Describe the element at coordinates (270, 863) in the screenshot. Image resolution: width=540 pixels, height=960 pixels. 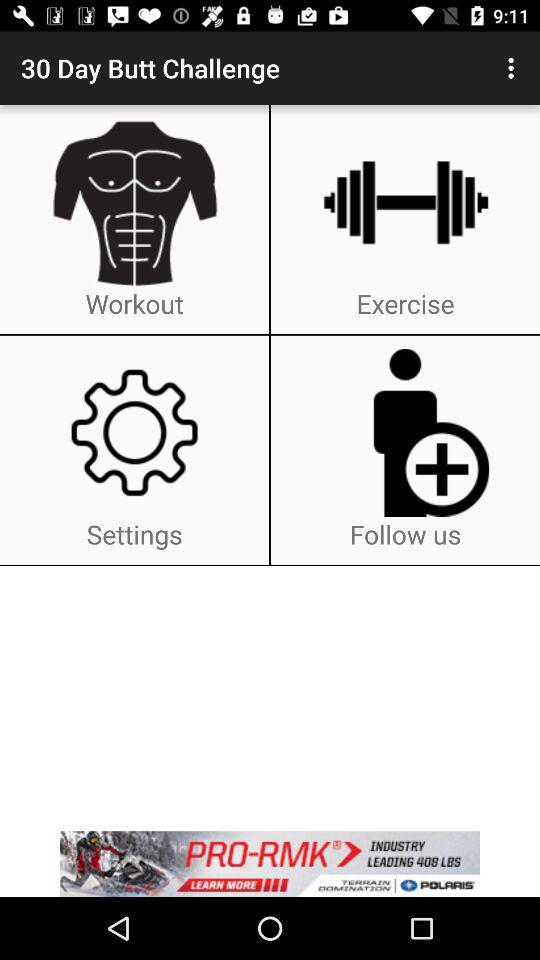
I see `the option` at that location.